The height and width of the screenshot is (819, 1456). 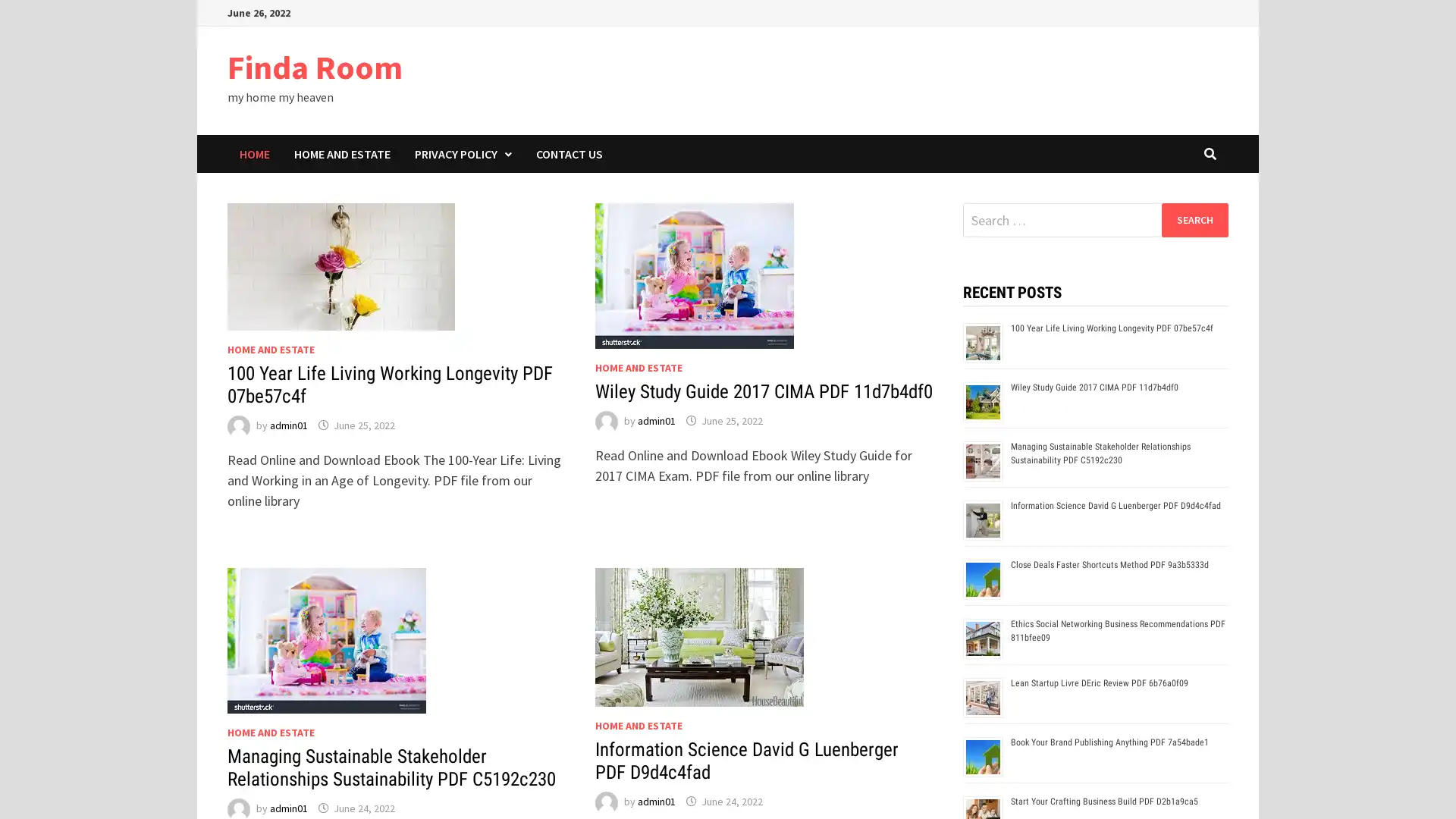 I want to click on Search, so click(x=1194, y=219).